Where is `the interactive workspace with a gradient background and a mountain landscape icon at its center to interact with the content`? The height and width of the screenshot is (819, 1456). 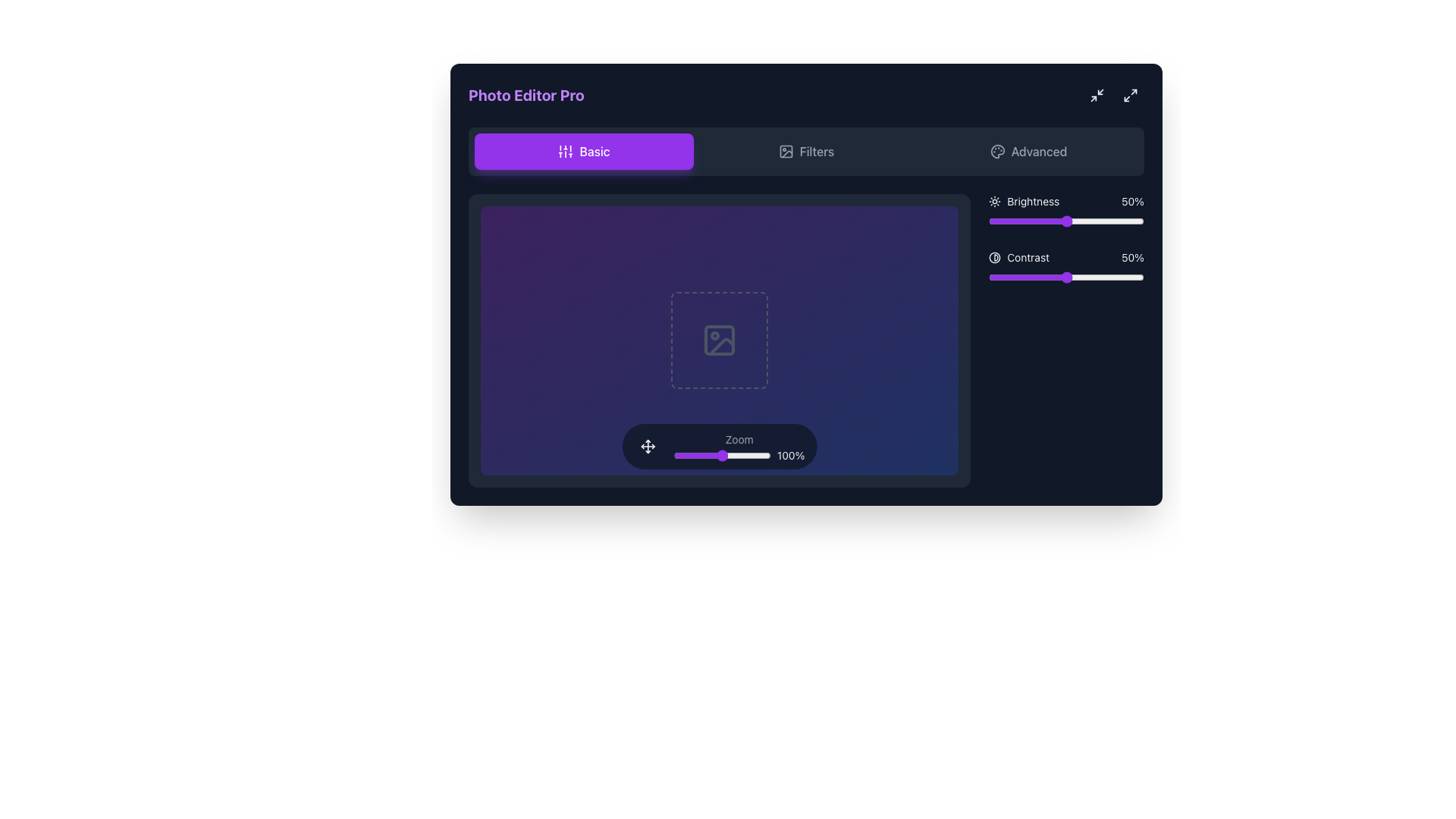 the interactive workspace with a gradient background and a mountain landscape icon at its center to interact with the content is located at coordinates (719, 340).